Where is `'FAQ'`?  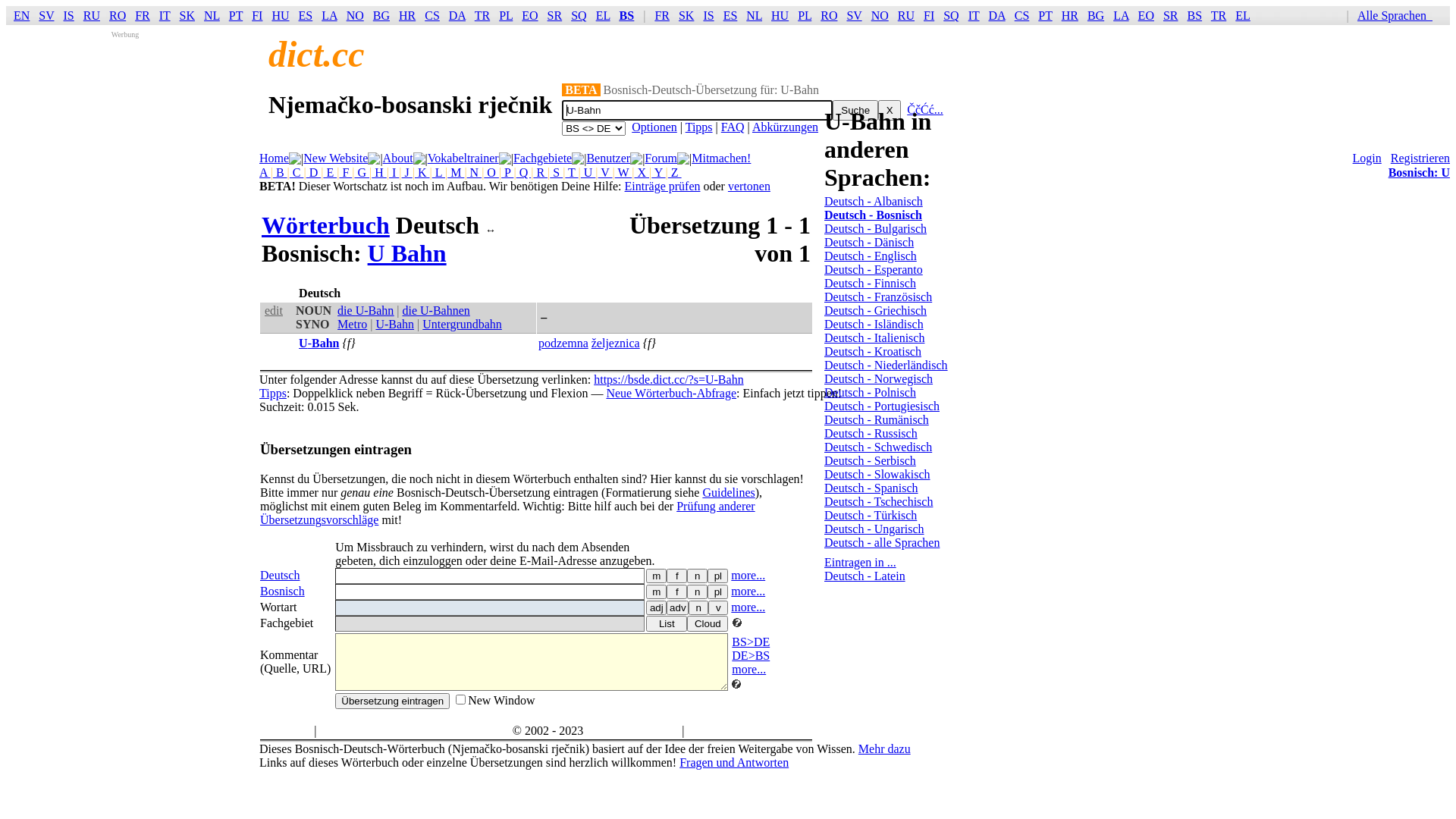
'FAQ' is located at coordinates (720, 126).